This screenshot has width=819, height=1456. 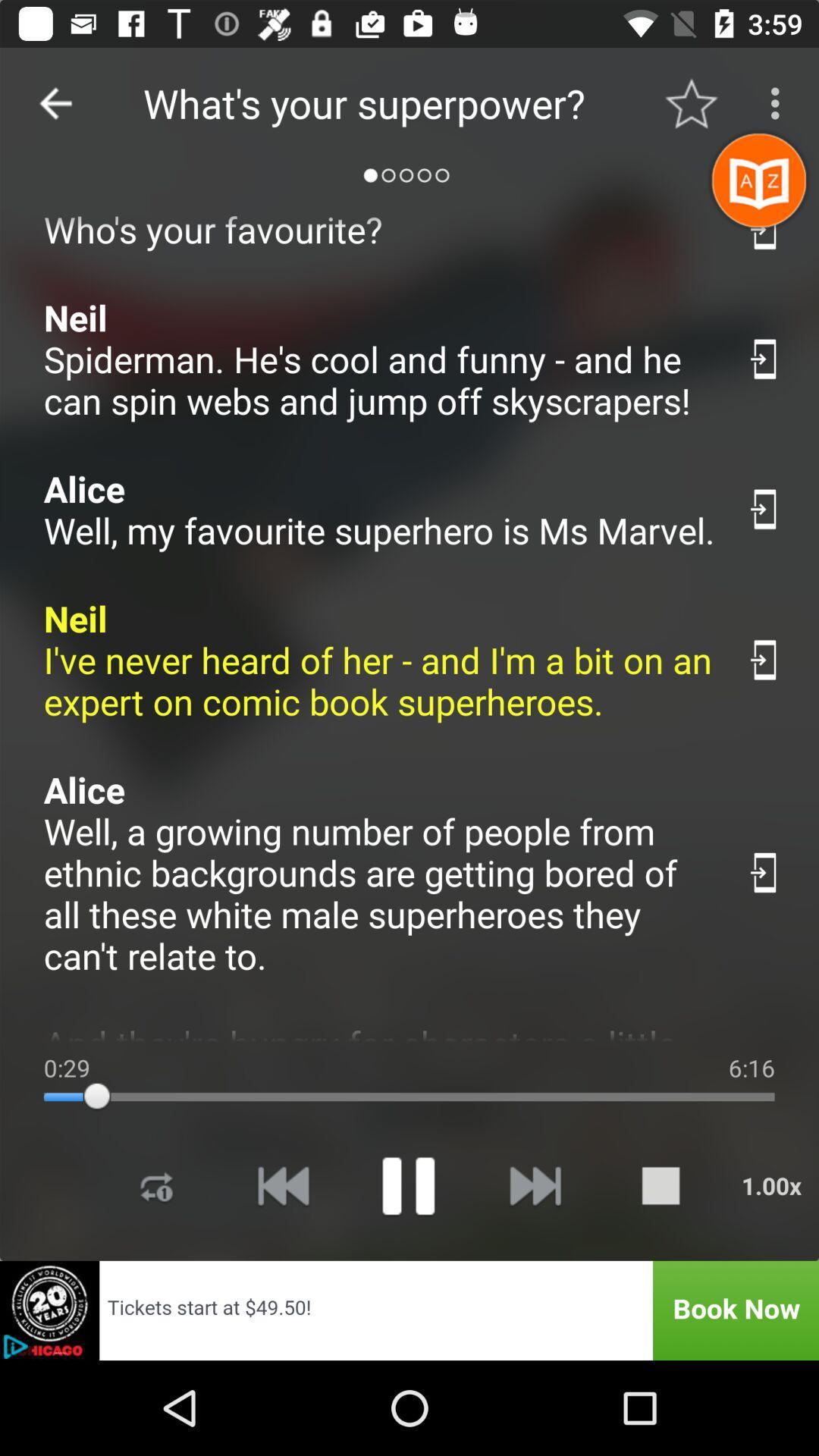 I want to click on open advertisement banner, so click(x=409, y=1310).